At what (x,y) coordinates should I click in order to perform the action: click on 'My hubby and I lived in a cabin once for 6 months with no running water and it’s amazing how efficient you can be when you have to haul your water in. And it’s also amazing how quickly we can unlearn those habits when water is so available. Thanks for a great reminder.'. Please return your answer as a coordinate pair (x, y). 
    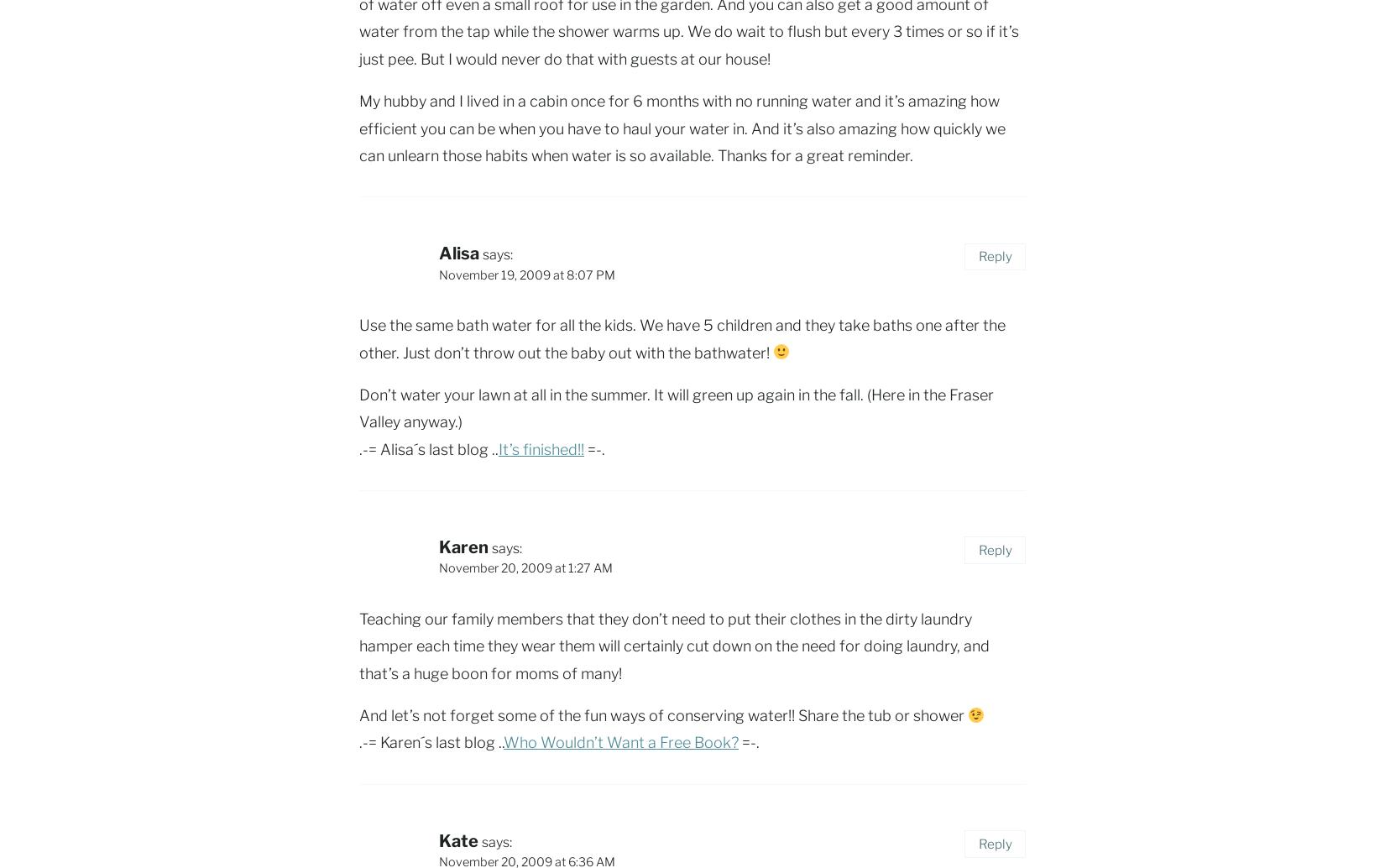
    Looking at the image, I should click on (681, 128).